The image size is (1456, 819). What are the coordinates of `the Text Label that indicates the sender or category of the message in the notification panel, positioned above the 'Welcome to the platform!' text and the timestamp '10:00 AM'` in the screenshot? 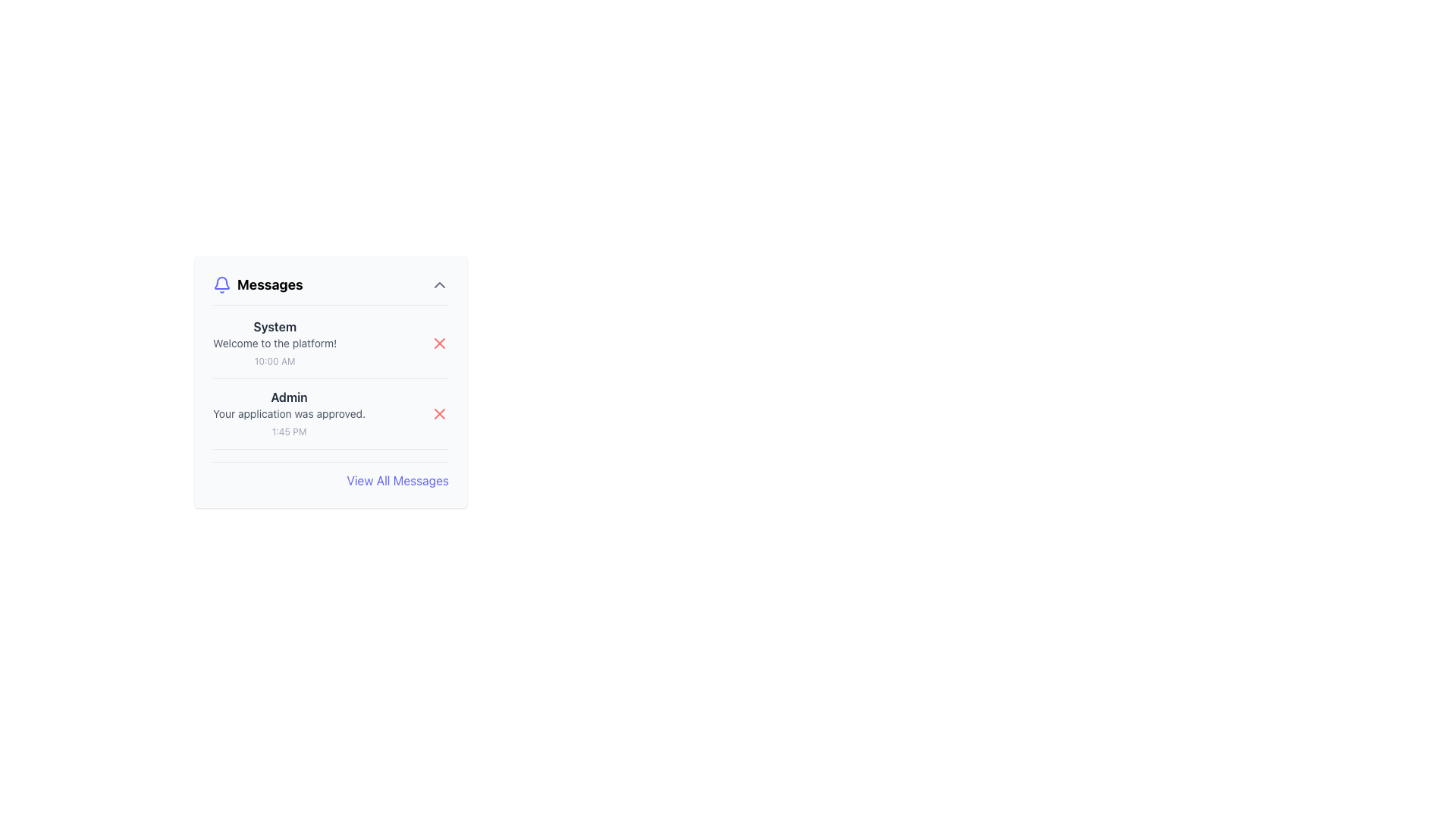 It's located at (275, 326).